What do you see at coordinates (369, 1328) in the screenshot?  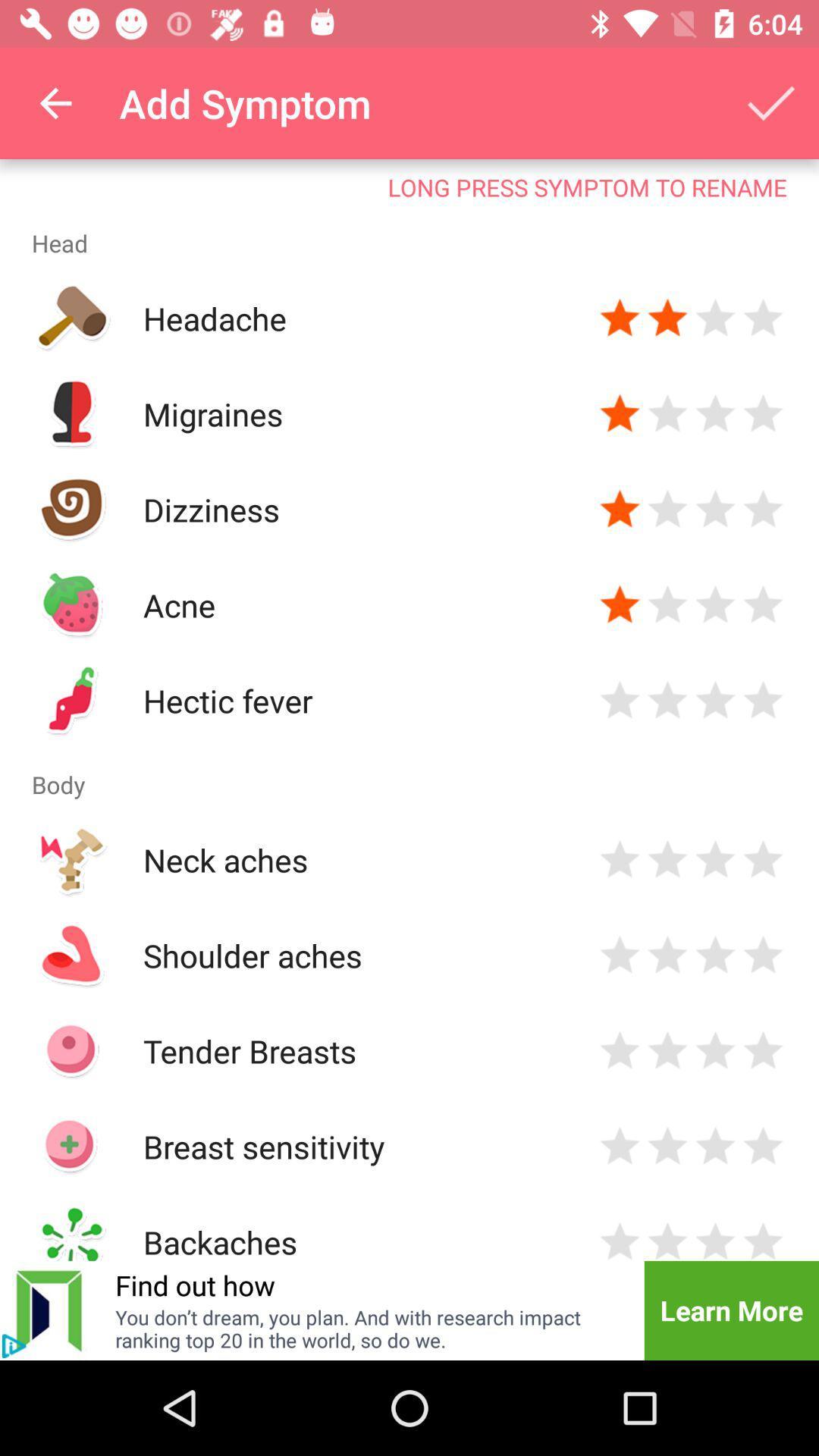 I see `the you don t icon` at bounding box center [369, 1328].